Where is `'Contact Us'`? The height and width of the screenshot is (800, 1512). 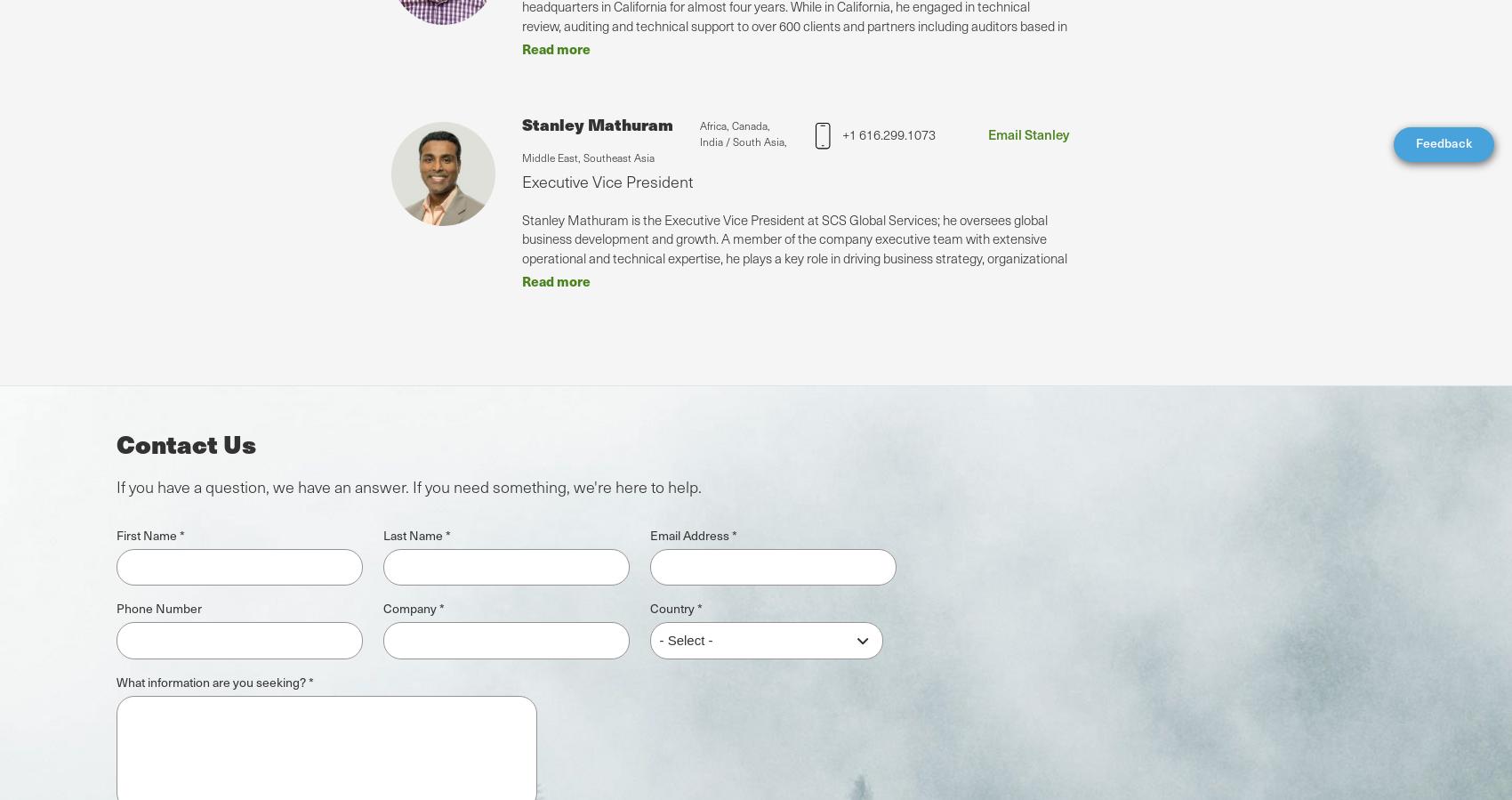
'Contact Us' is located at coordinates (184, 442).